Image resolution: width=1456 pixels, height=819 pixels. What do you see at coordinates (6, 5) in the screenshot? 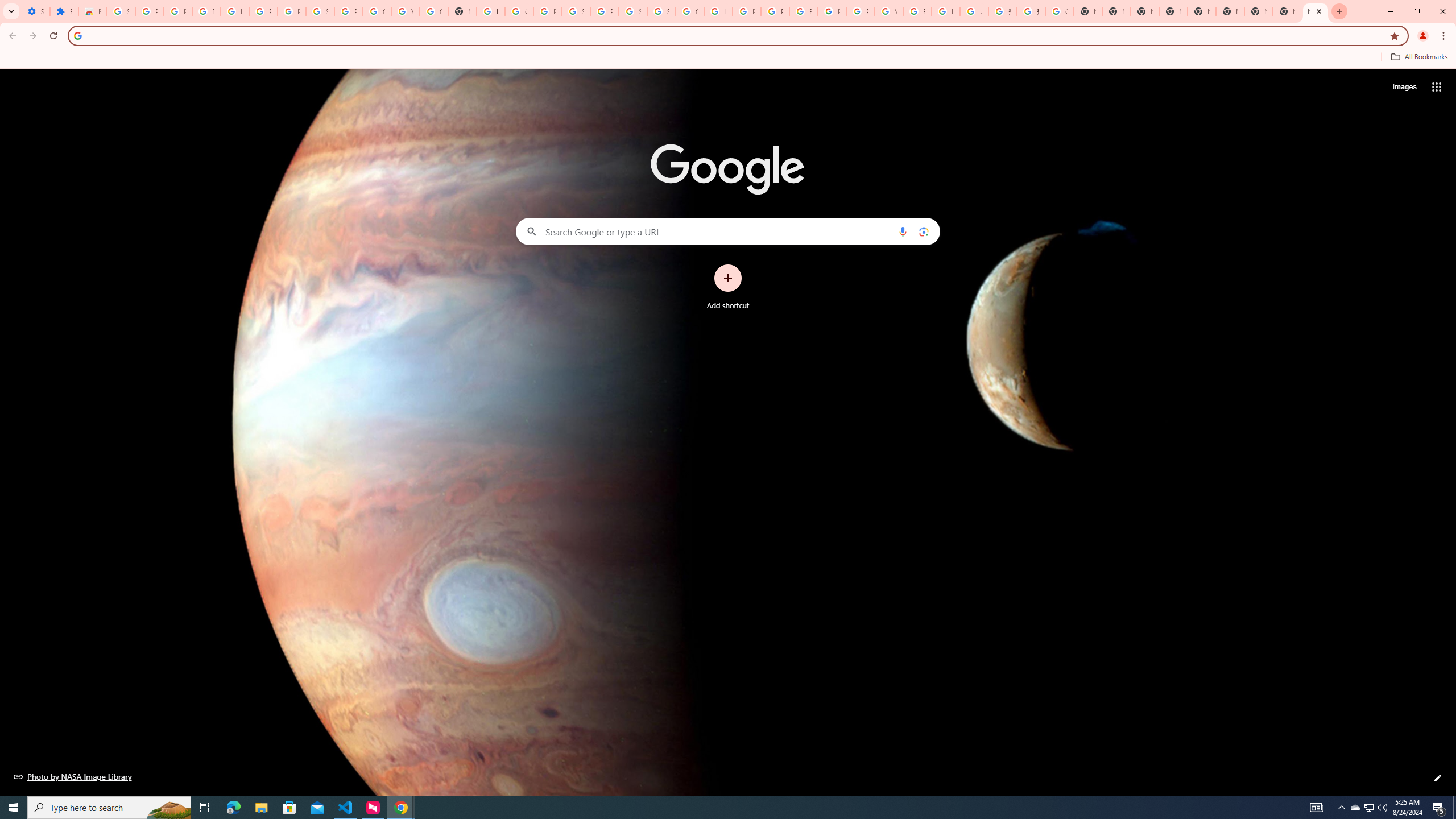
I see `'System'` at bounding box center [6, 5].